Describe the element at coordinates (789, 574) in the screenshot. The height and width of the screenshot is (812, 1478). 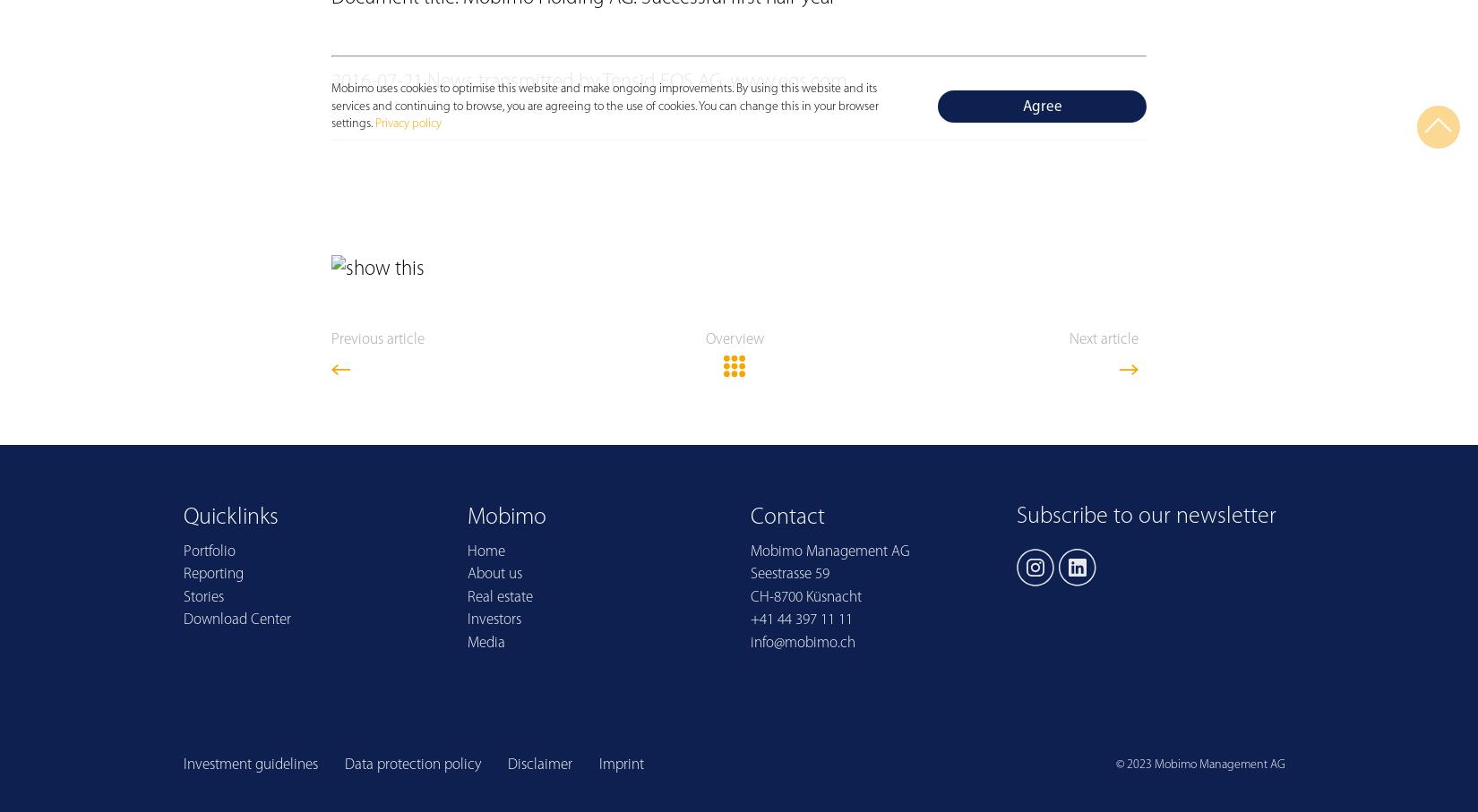
I see `'Seestrasse 59'` at that location.